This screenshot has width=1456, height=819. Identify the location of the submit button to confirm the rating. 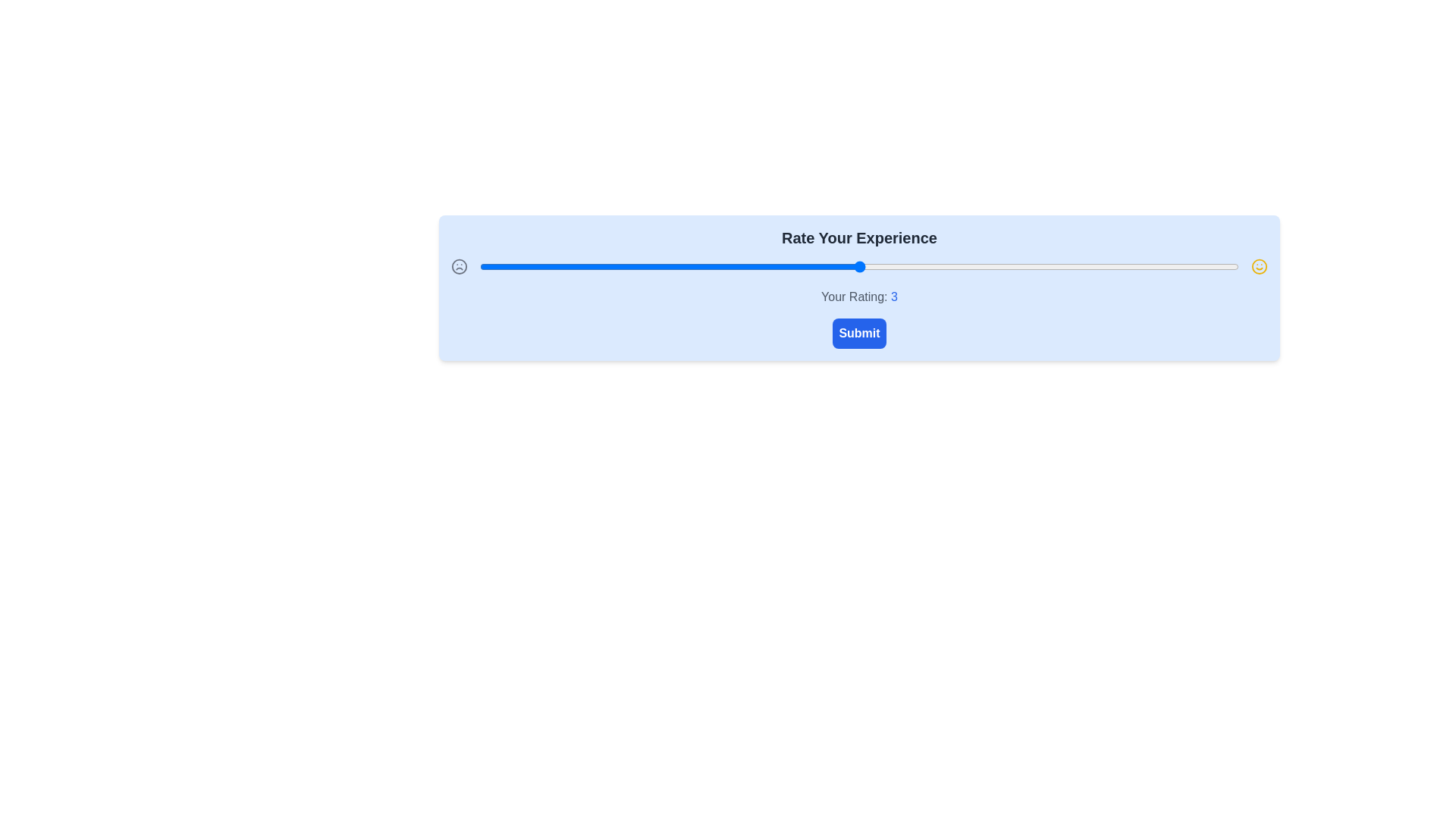
(859, 332).